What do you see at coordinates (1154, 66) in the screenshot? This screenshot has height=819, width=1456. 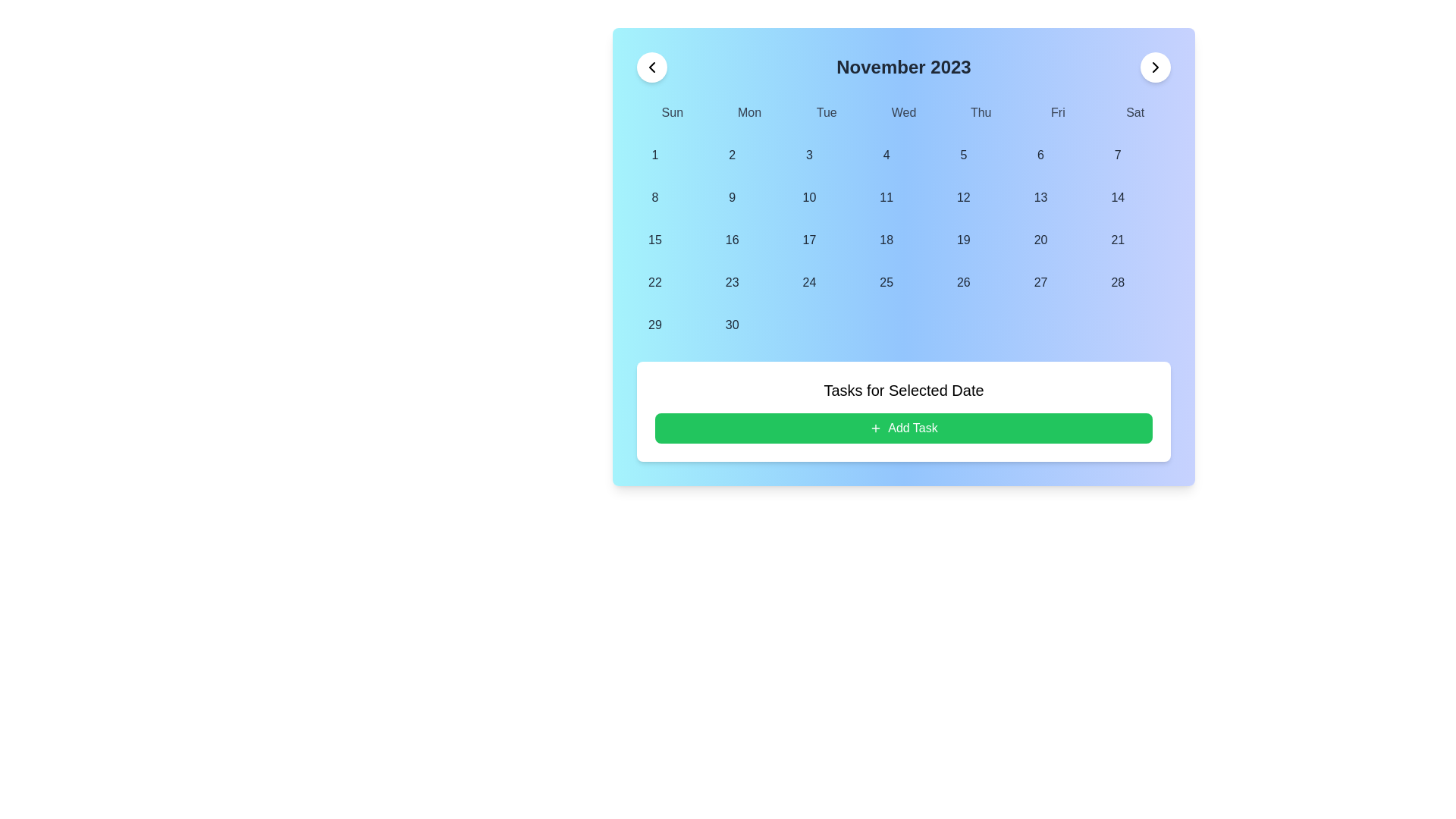 I see `the button that navigates to the next month in the calendar view, located at the top-right corner of the calendar interface, next to the 'November 2023' text` at bounding box center [1154, 66].